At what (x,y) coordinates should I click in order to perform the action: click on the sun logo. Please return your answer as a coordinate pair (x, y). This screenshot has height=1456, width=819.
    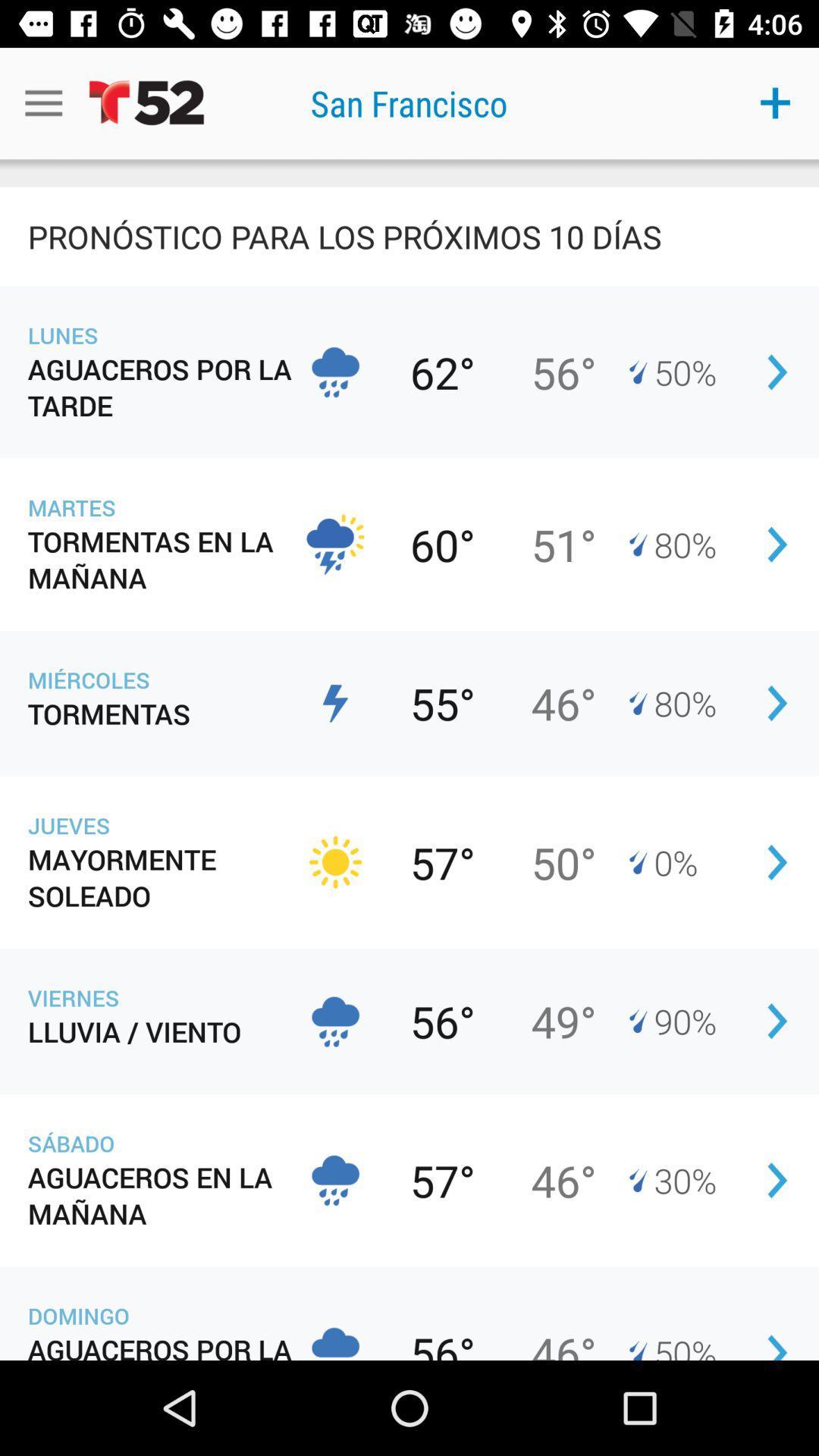
    Looking at the image, I should click on (334, 862).